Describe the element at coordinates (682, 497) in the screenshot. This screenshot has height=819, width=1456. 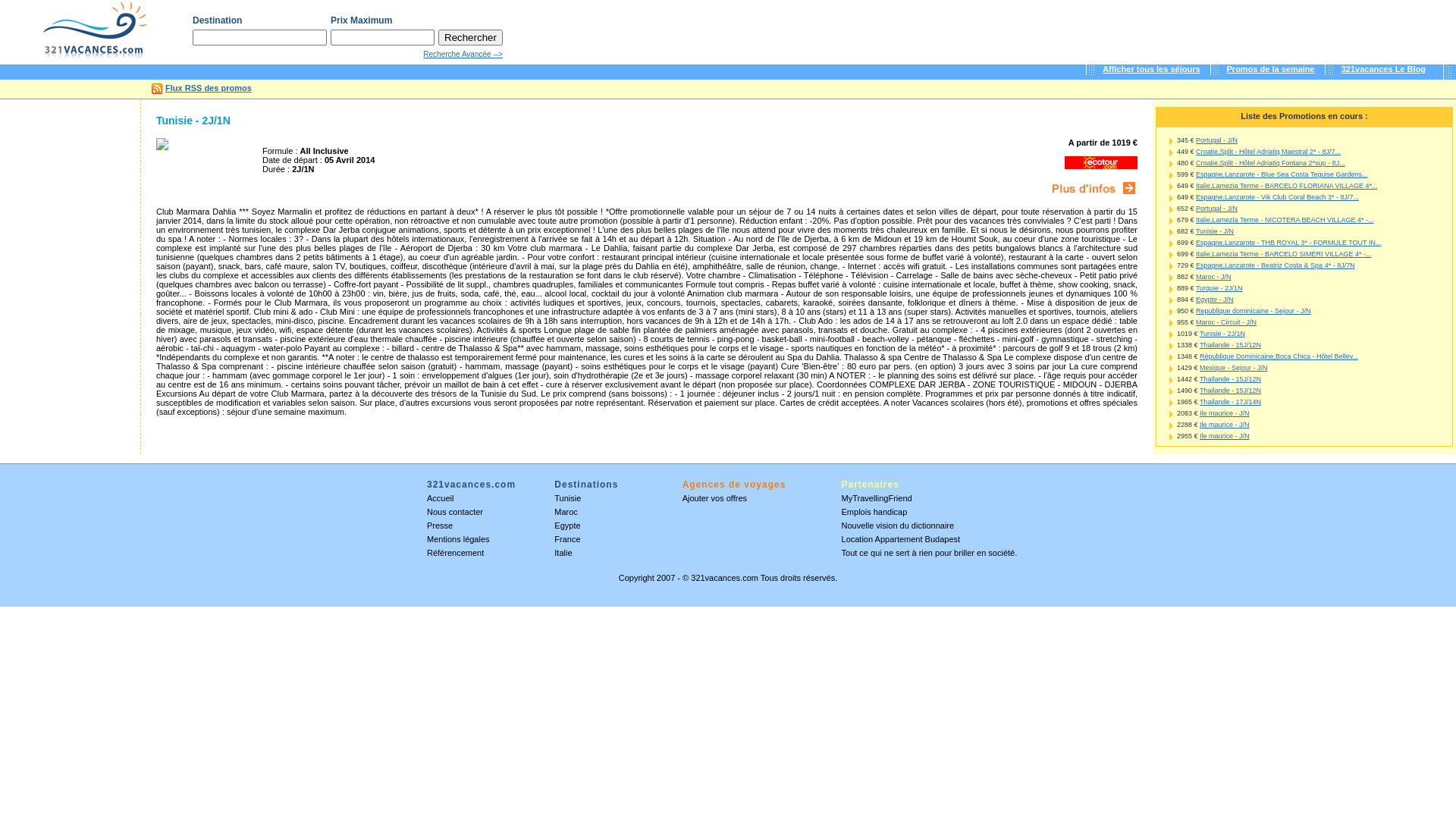
I see `'Ajouter vos offres'` at that location.